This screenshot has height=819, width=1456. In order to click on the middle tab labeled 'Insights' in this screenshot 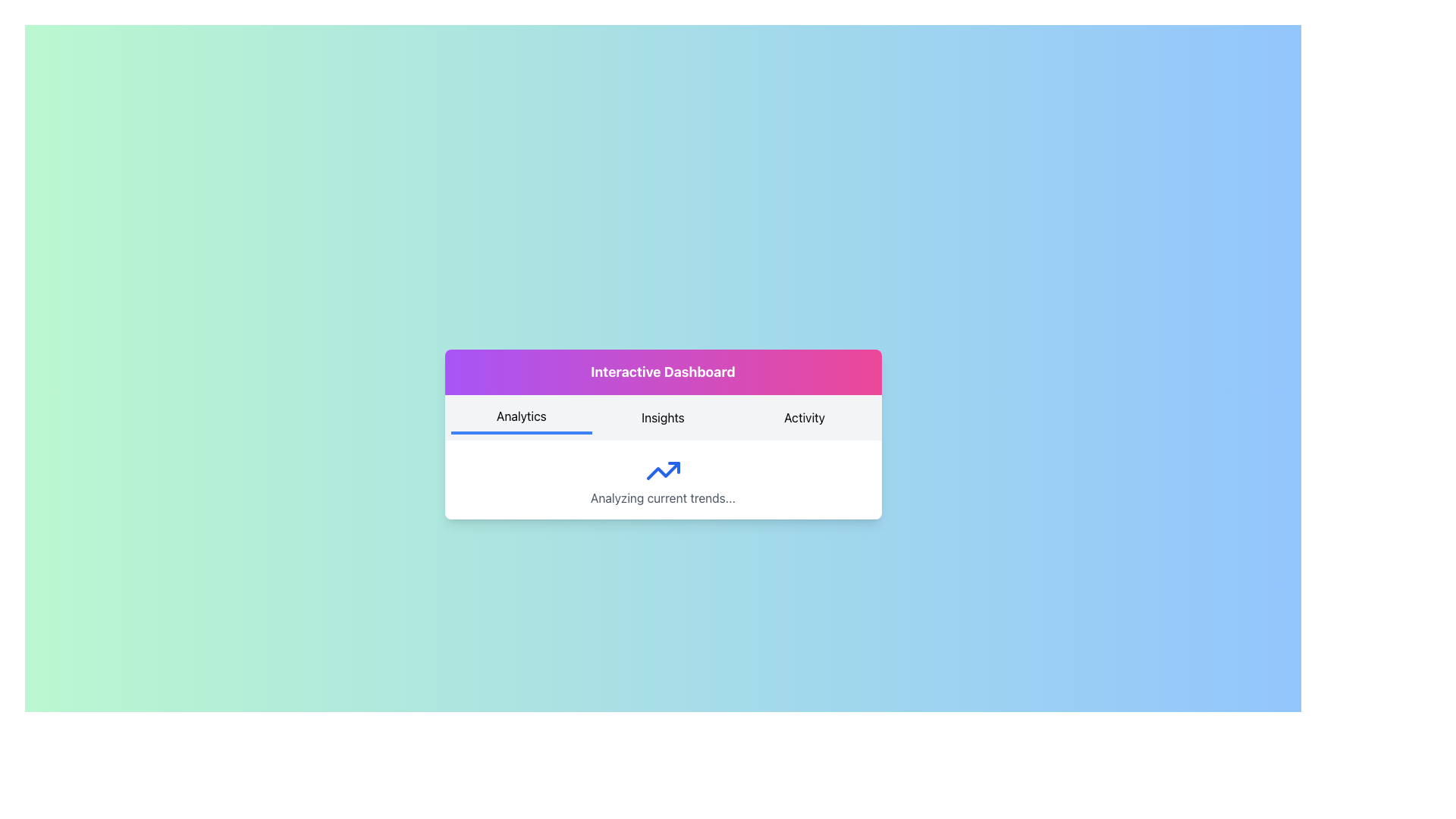, I will do `click(663, 418)`.